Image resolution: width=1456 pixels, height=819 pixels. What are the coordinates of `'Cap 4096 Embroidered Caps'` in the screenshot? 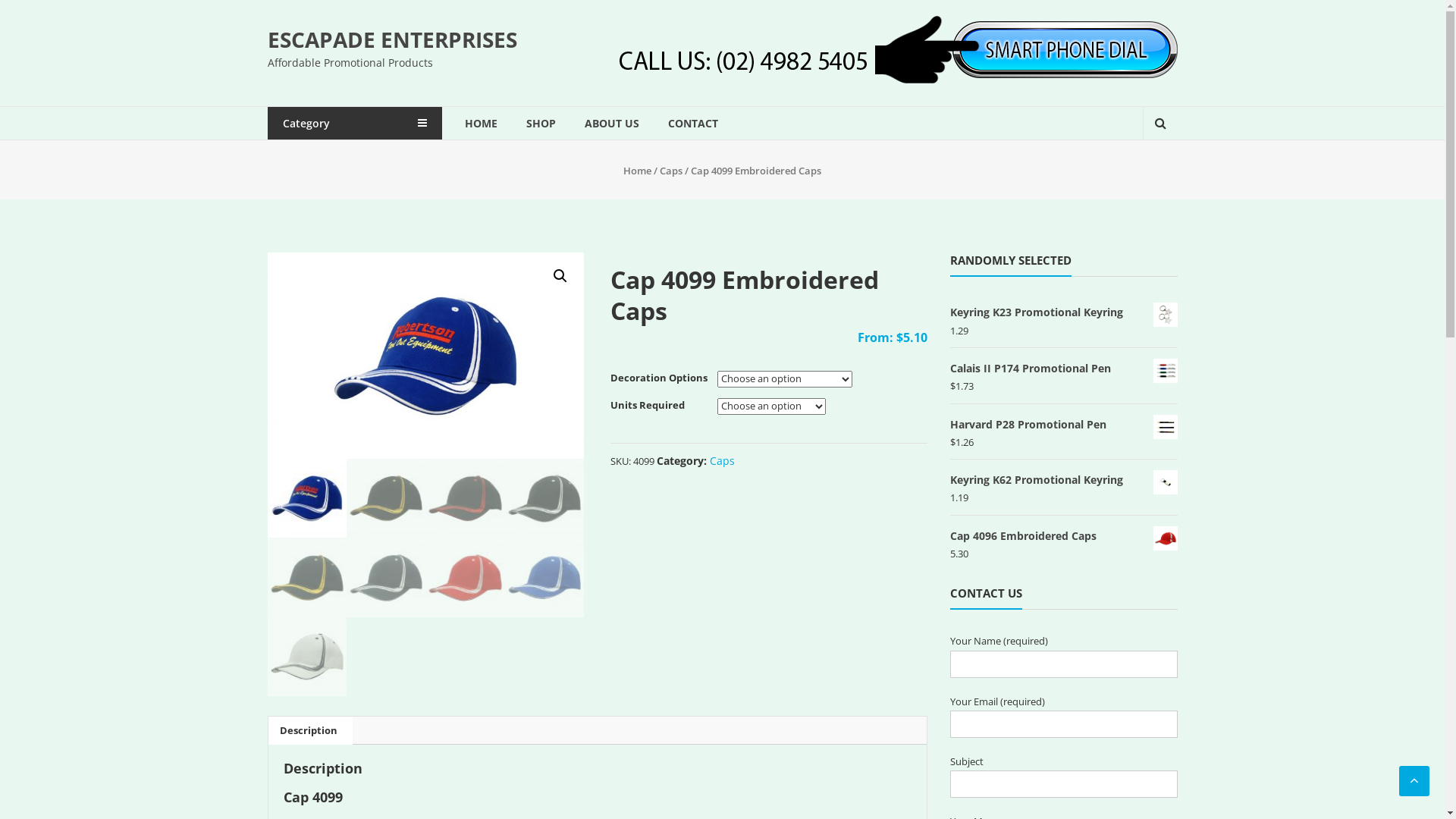 It's located at (1062, 535).